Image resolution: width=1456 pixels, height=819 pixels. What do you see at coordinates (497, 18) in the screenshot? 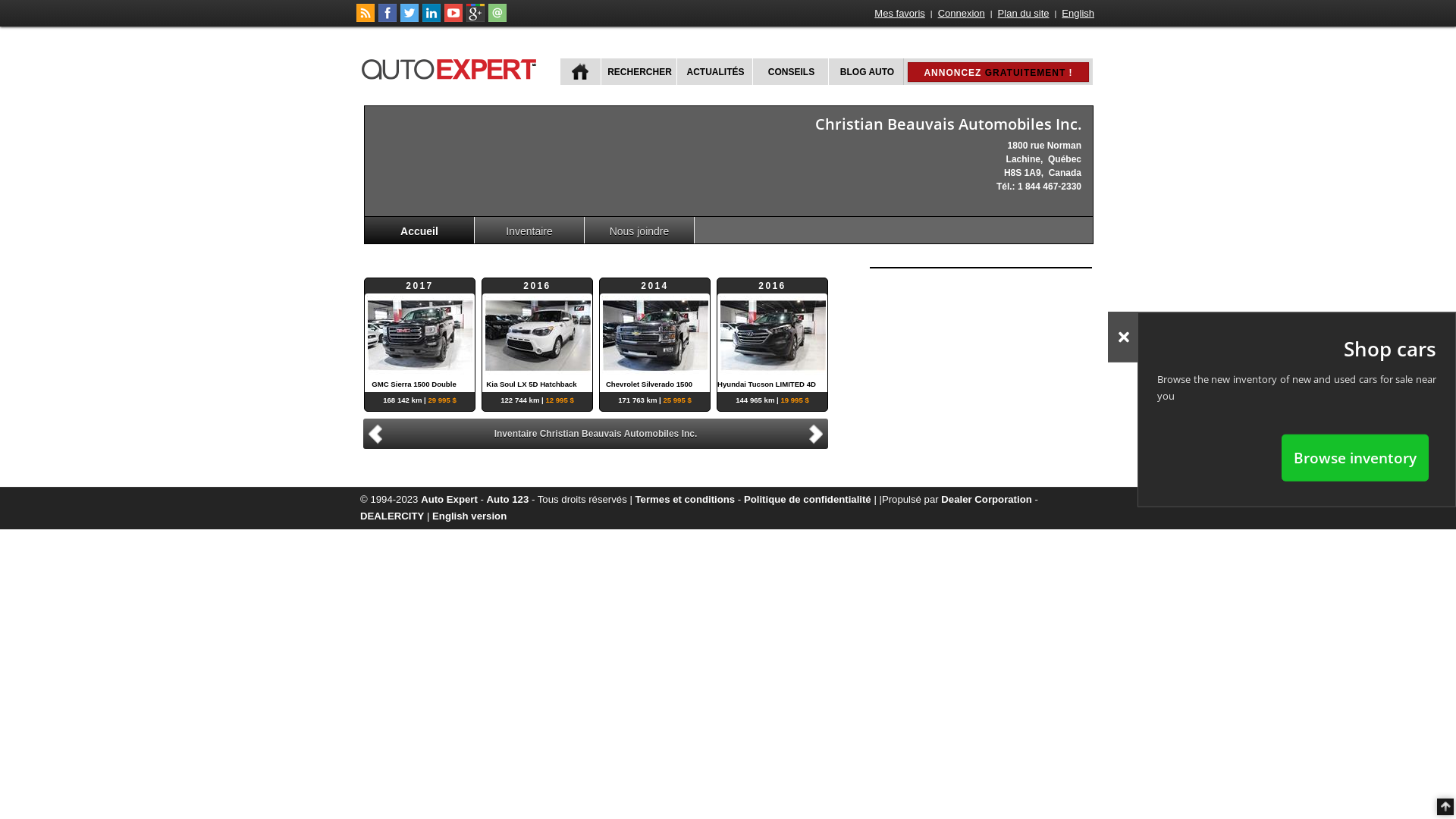
I see `'Joindre autoExpert.ca'` at bounding box center [497, 18].